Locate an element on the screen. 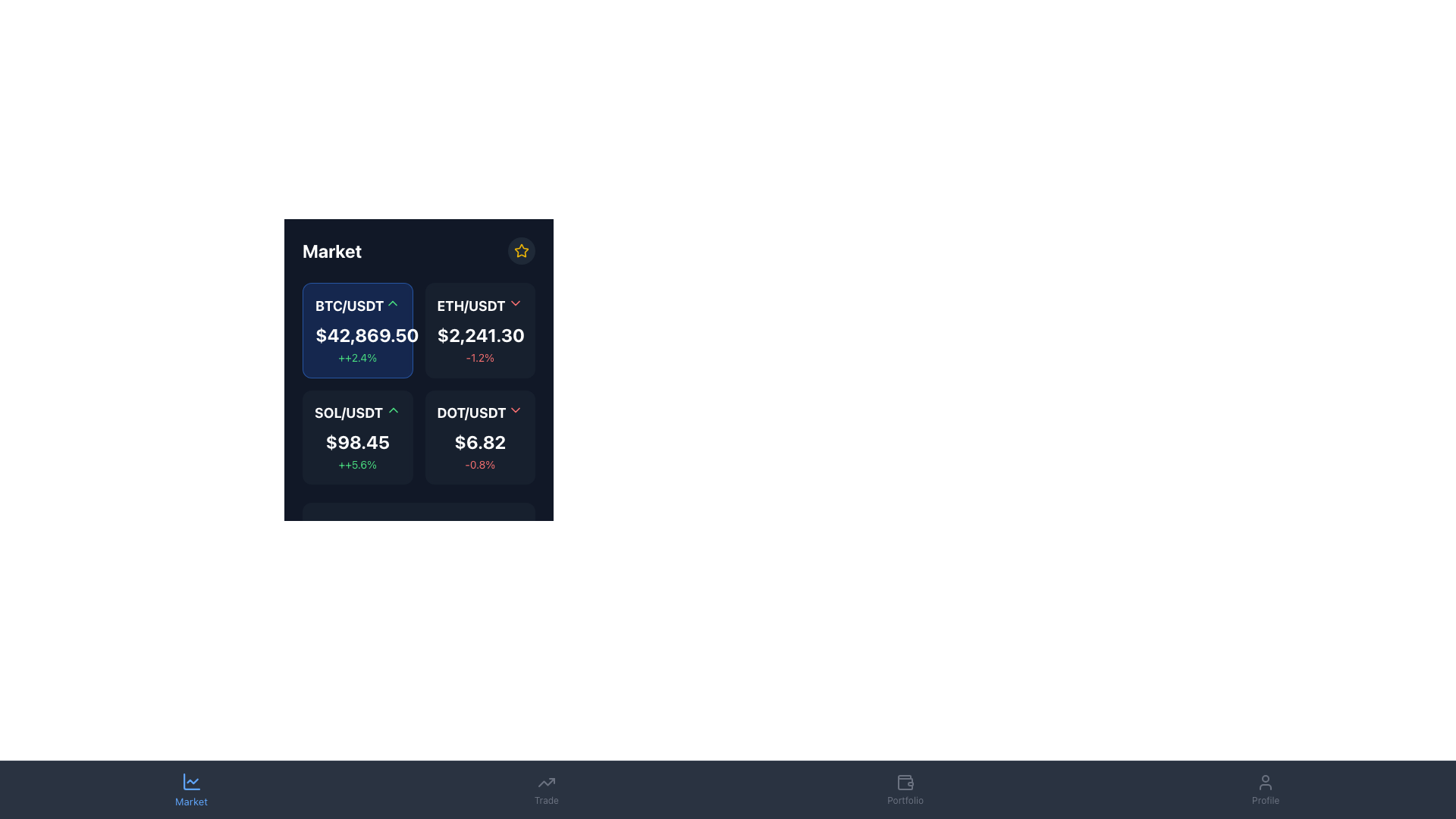 This screenshot has height=819, width=1456. the first grid item representing the BTC/USDT trading pair is located at coordinates (356, 329).